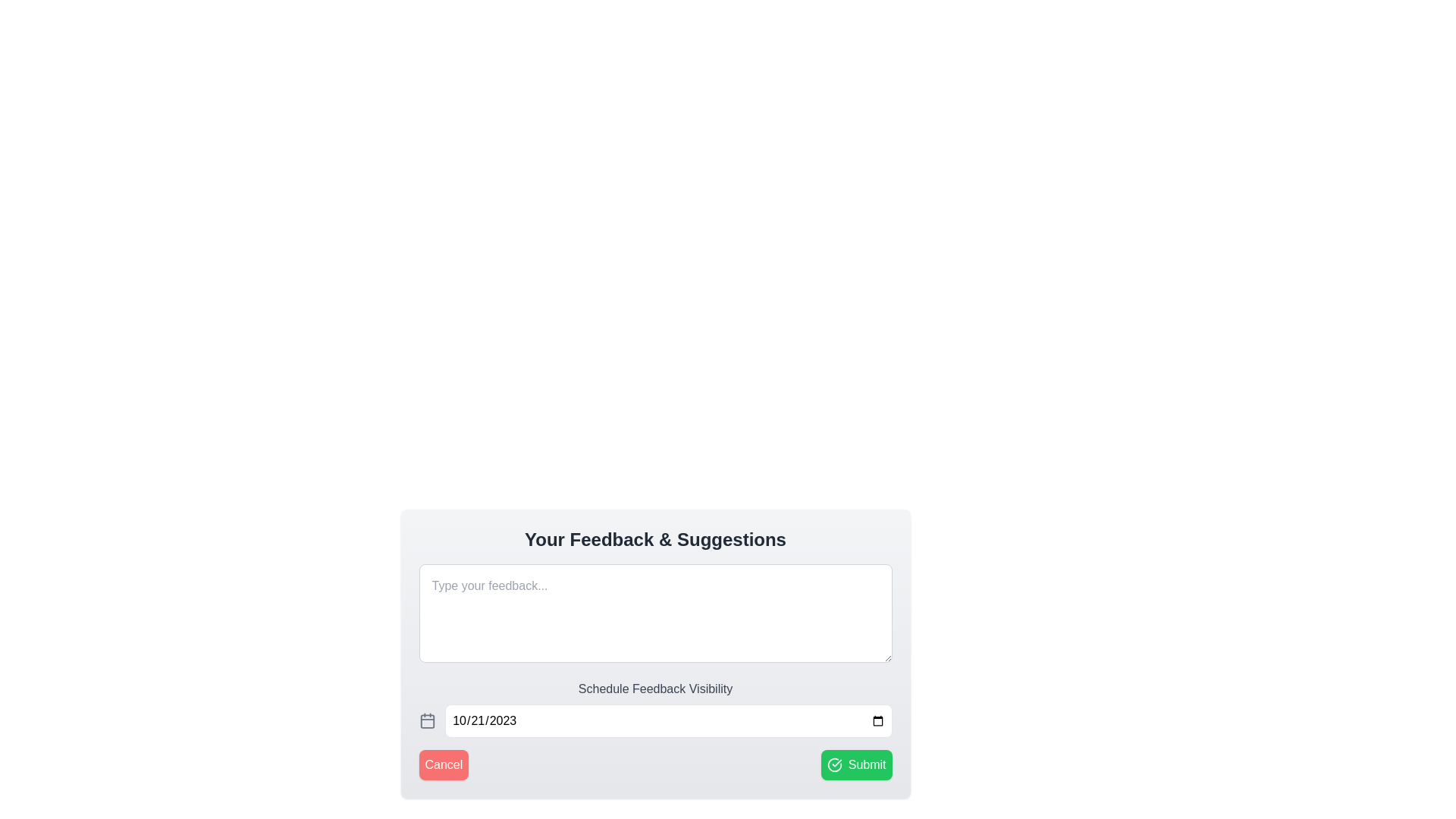 This screenshot has width=1456, height=819. Describe the element at coordinates (443, 765) in the screenshot. I see `the red 'Cancel' button with rounded corners and white text` at that location.